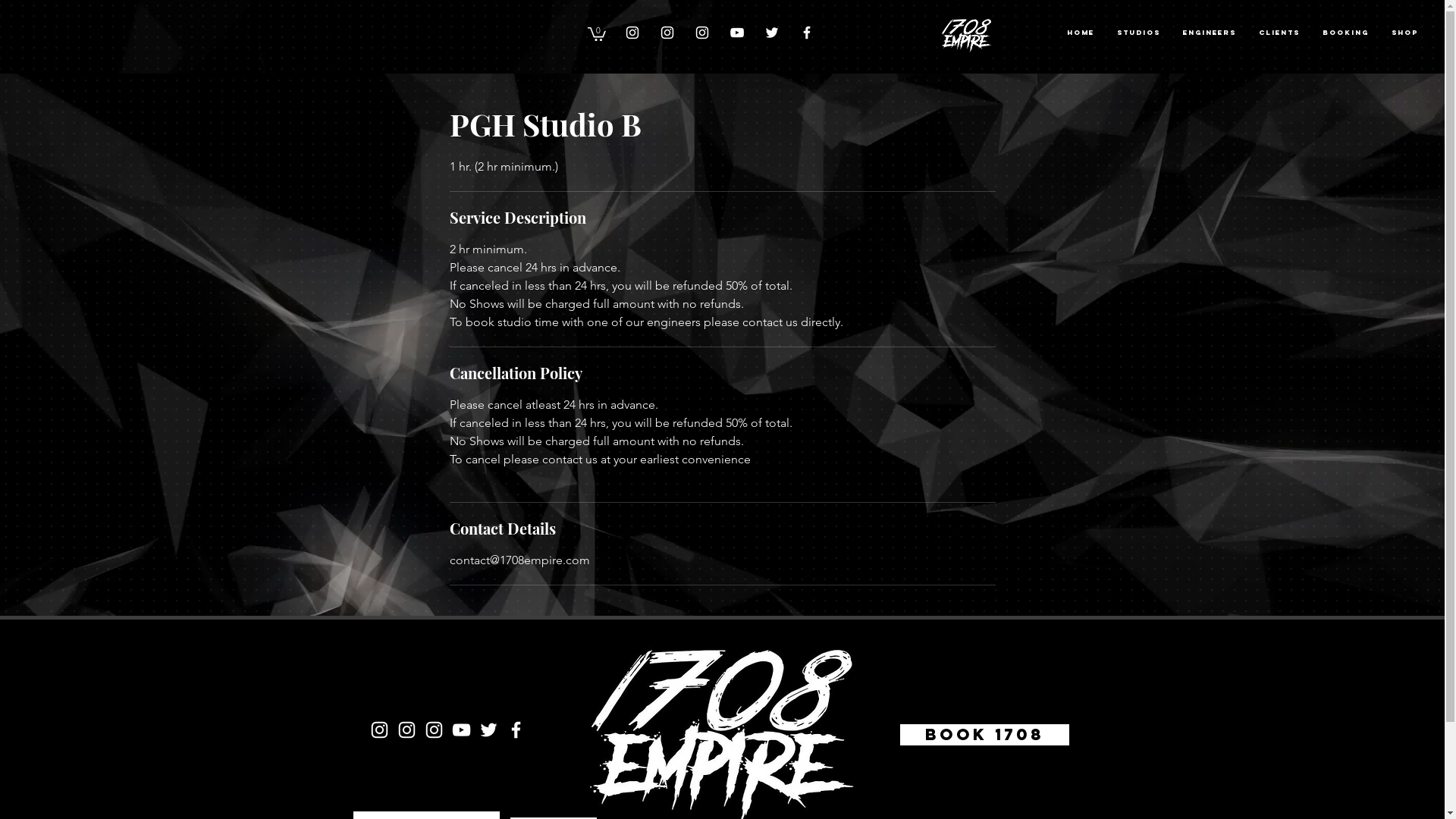  Describe the element at coordinates (596, 33) in the screenshot. I see `'0'` at that location.